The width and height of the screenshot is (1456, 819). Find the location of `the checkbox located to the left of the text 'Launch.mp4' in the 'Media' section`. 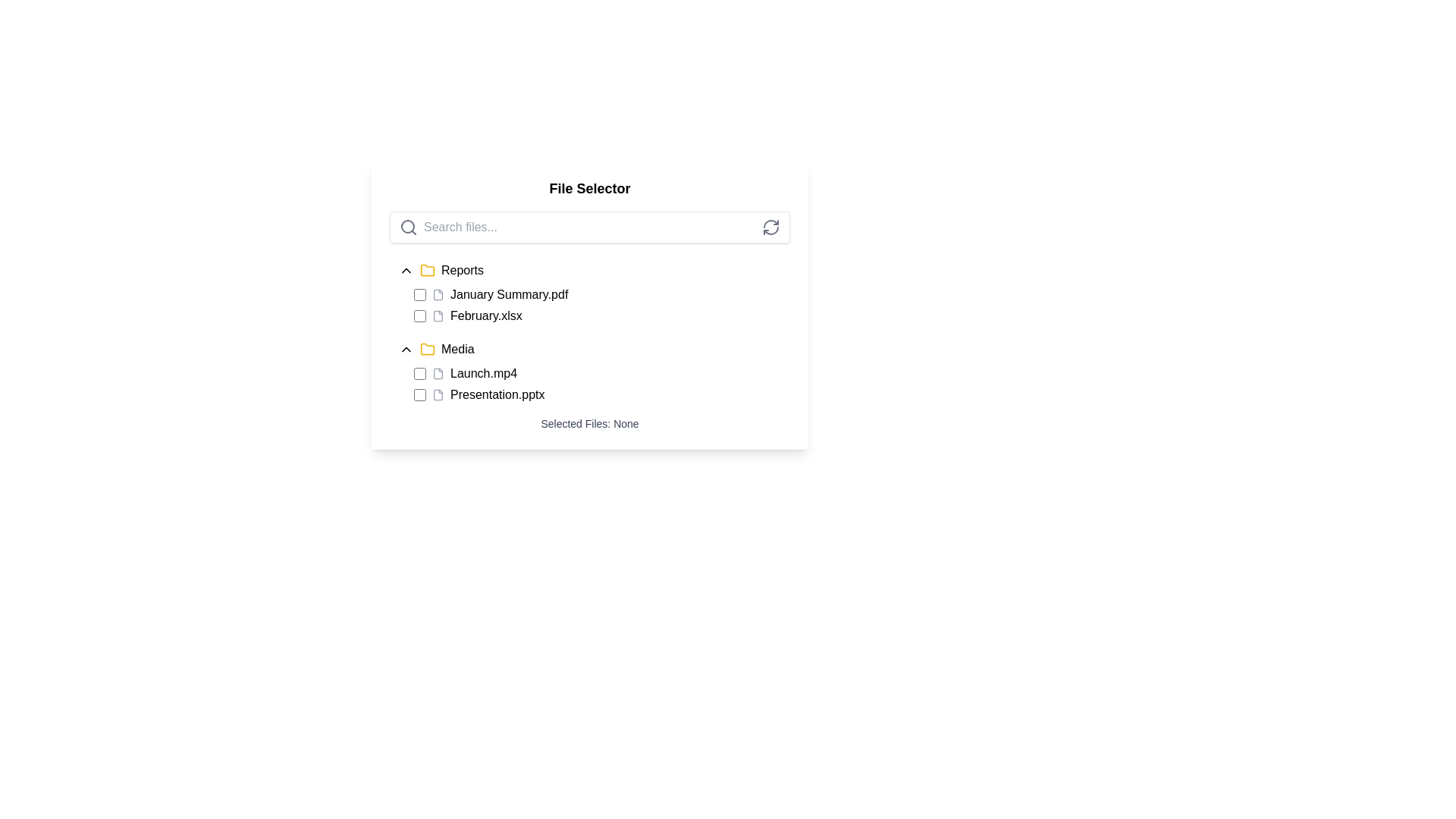

the checkbox located to the left of the text 'Launch.mp4' in the 'Media' section is located at coordinates (419, 374).